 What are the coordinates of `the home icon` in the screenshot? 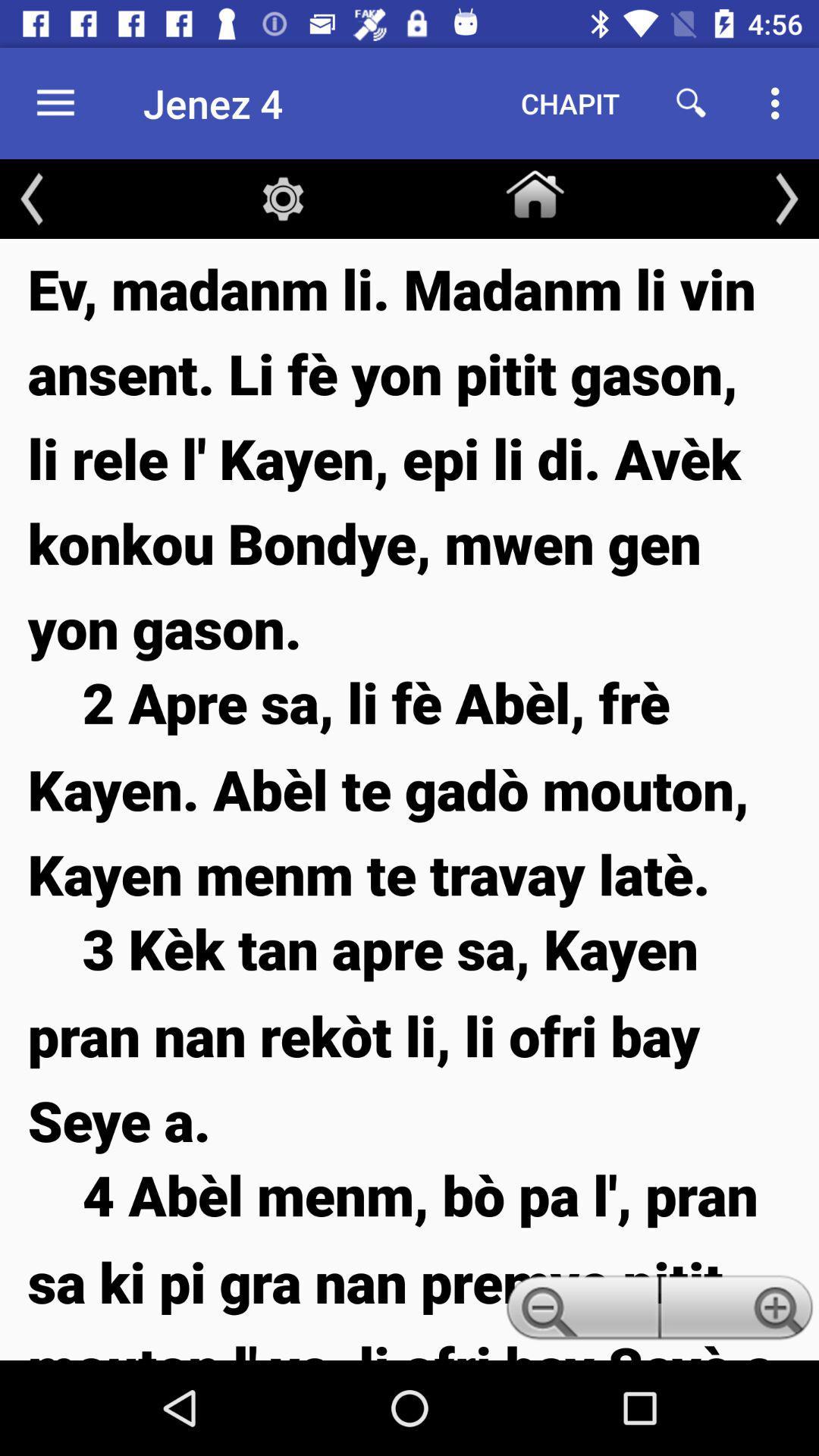 It's located at (534, 190).